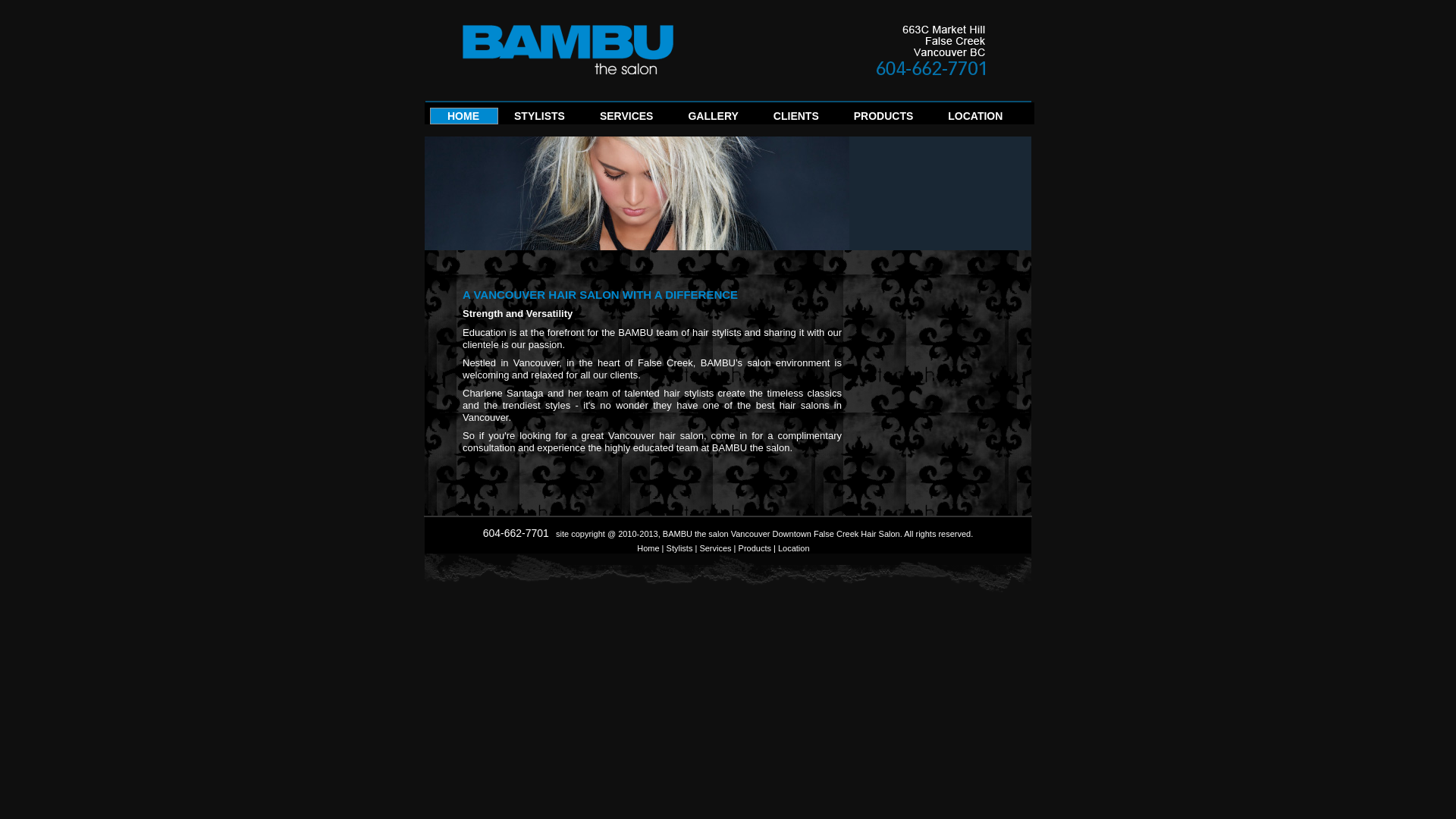 The height and width of the screenshot is (819, 1456). What do you see at coordinates (648, 548) in the screenshot?
I see `'Home'` at bounding box center [648, 548].